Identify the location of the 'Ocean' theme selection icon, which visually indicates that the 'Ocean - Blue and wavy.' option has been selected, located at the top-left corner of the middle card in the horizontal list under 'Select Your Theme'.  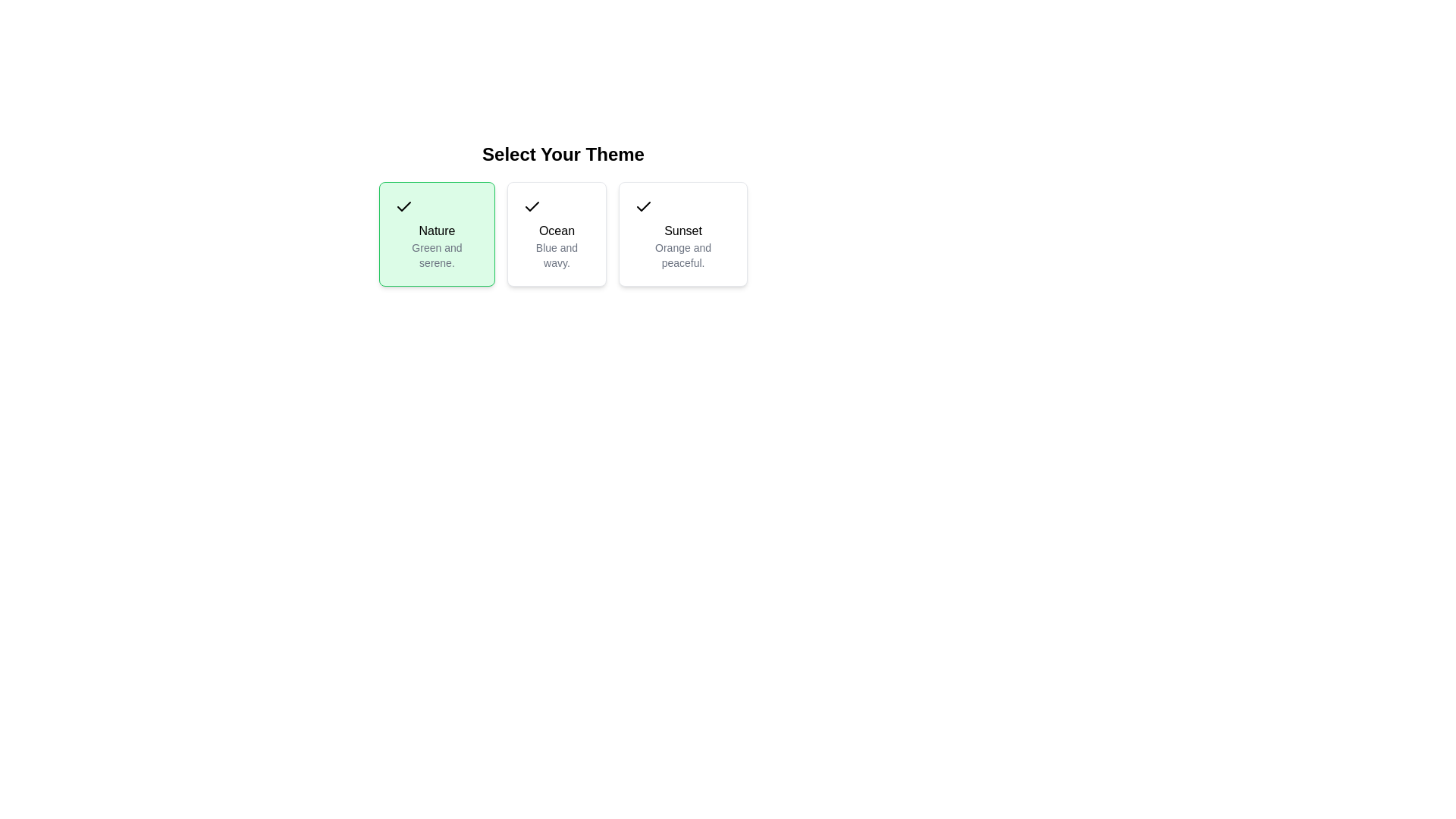
(532, 207).